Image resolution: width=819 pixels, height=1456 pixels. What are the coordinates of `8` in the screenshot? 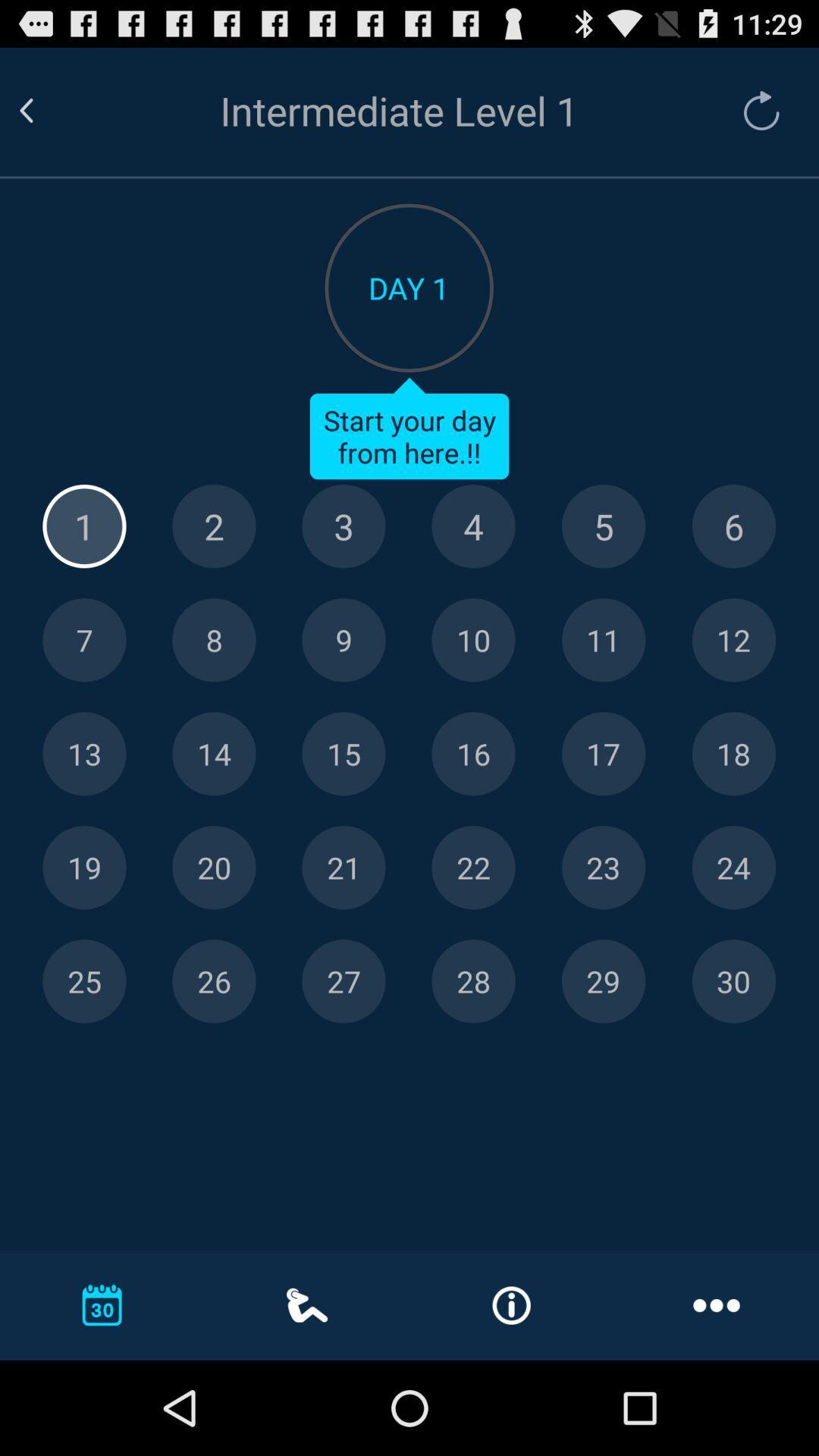 It's located at (214, 640).